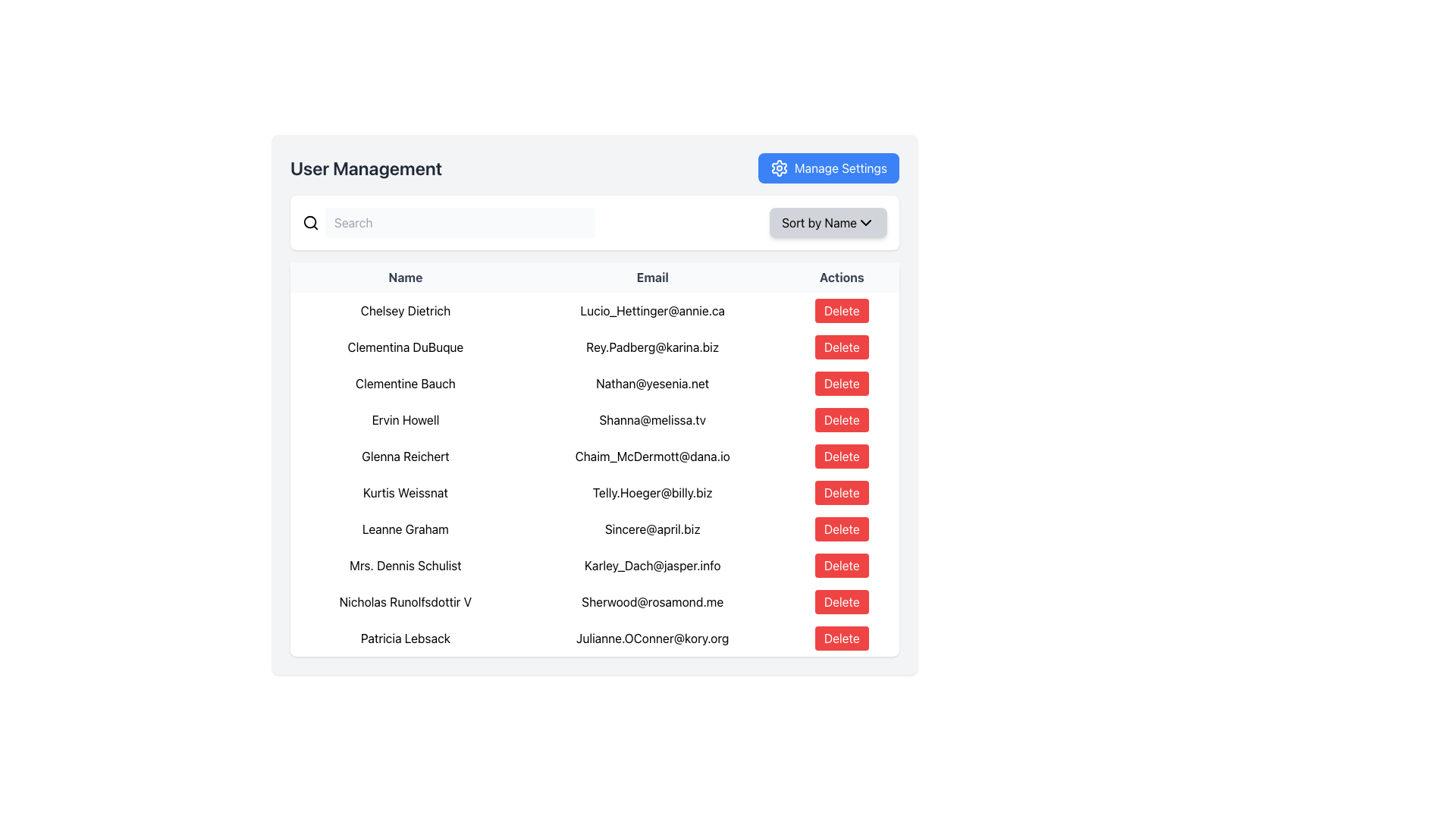 The height and width of the screenshot is (819, 1456). Describe the element at coordinates (405, 347) in the screenshot. I see `the text label displaying the user's name 'Clementina DuBuque' in the second row of the user management interface, under the 'Name' column` at that location.